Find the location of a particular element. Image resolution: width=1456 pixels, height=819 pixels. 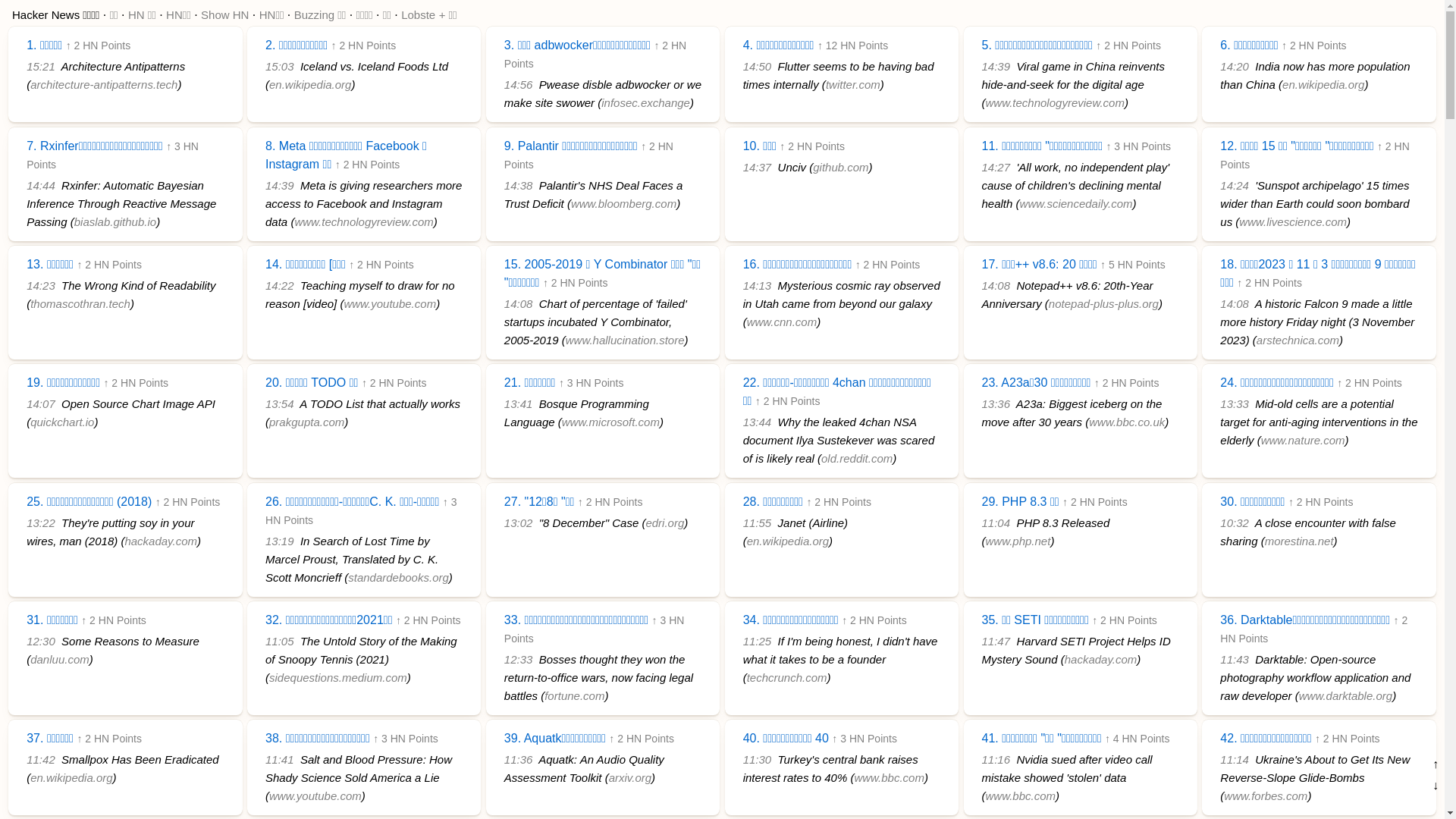

'14:23' is located at coordinates (26, 285).